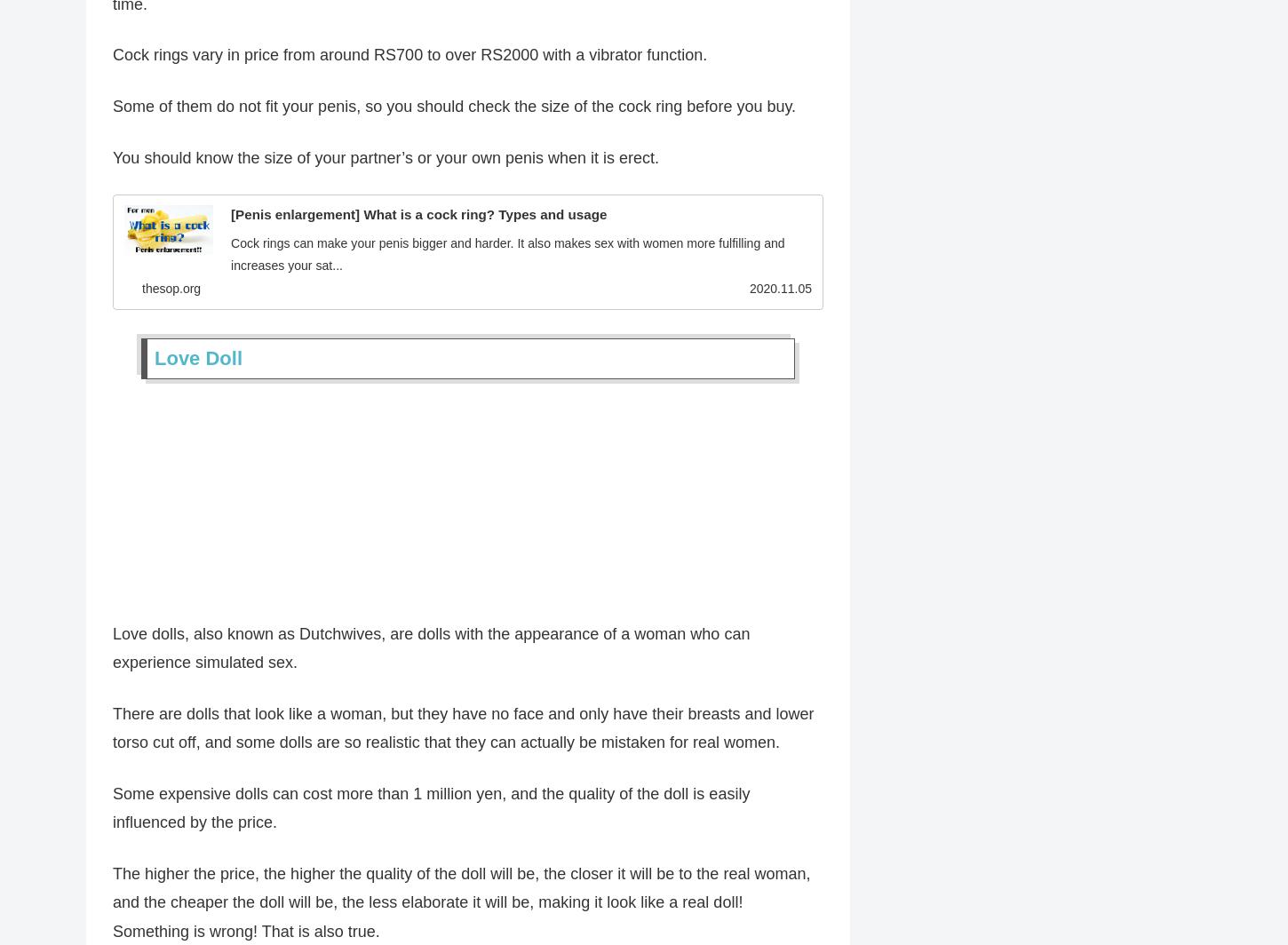 This screenshot has width=1288, height=945. I want to click on '2020.11.05', so click(749, 291).